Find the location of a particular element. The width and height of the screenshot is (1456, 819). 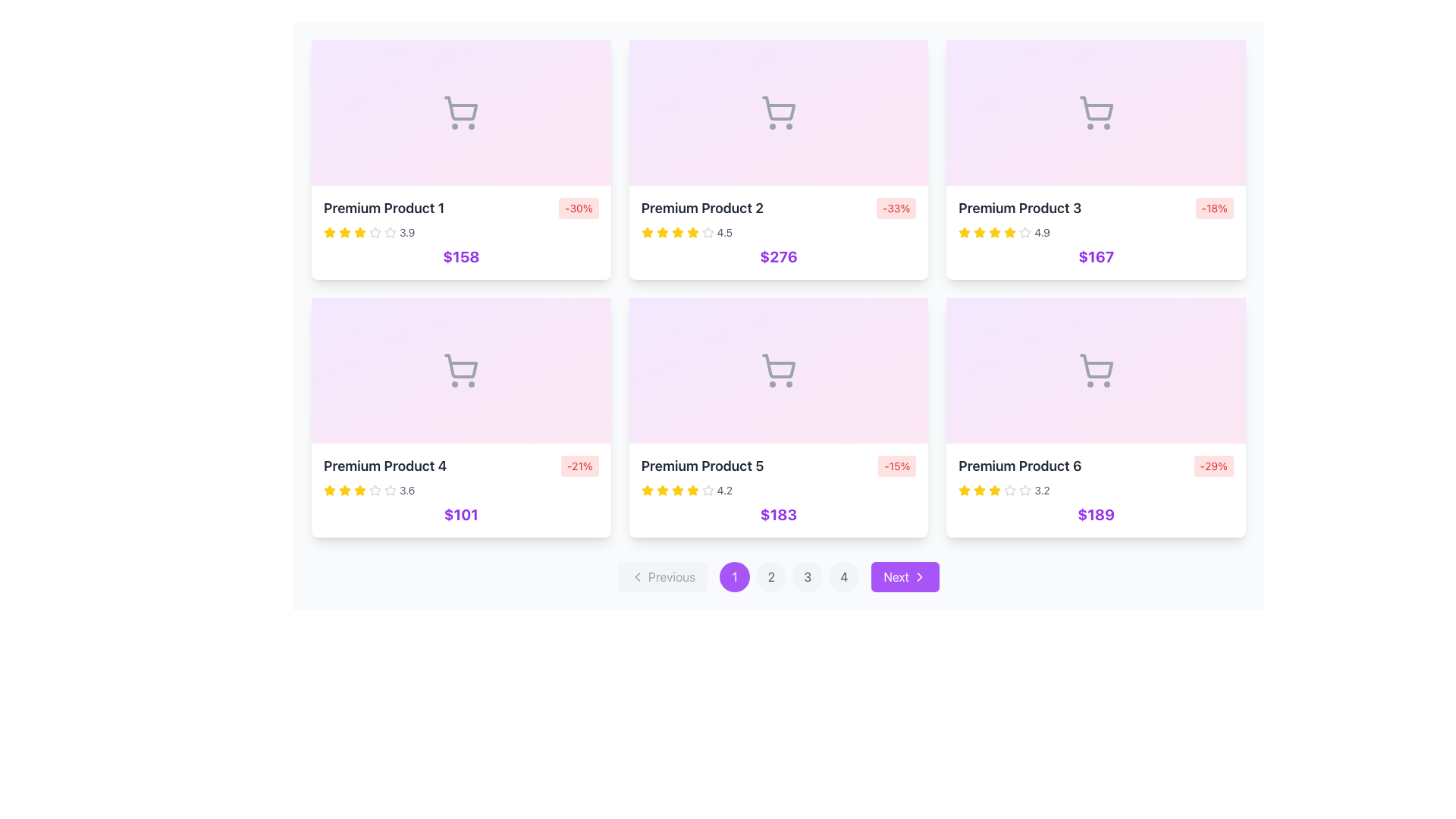

the Card component displaying details about 'Premium Product 4', which includes its rating, price, and discount, located in the leftmost column of the second row is located at coordinates (460, 418).